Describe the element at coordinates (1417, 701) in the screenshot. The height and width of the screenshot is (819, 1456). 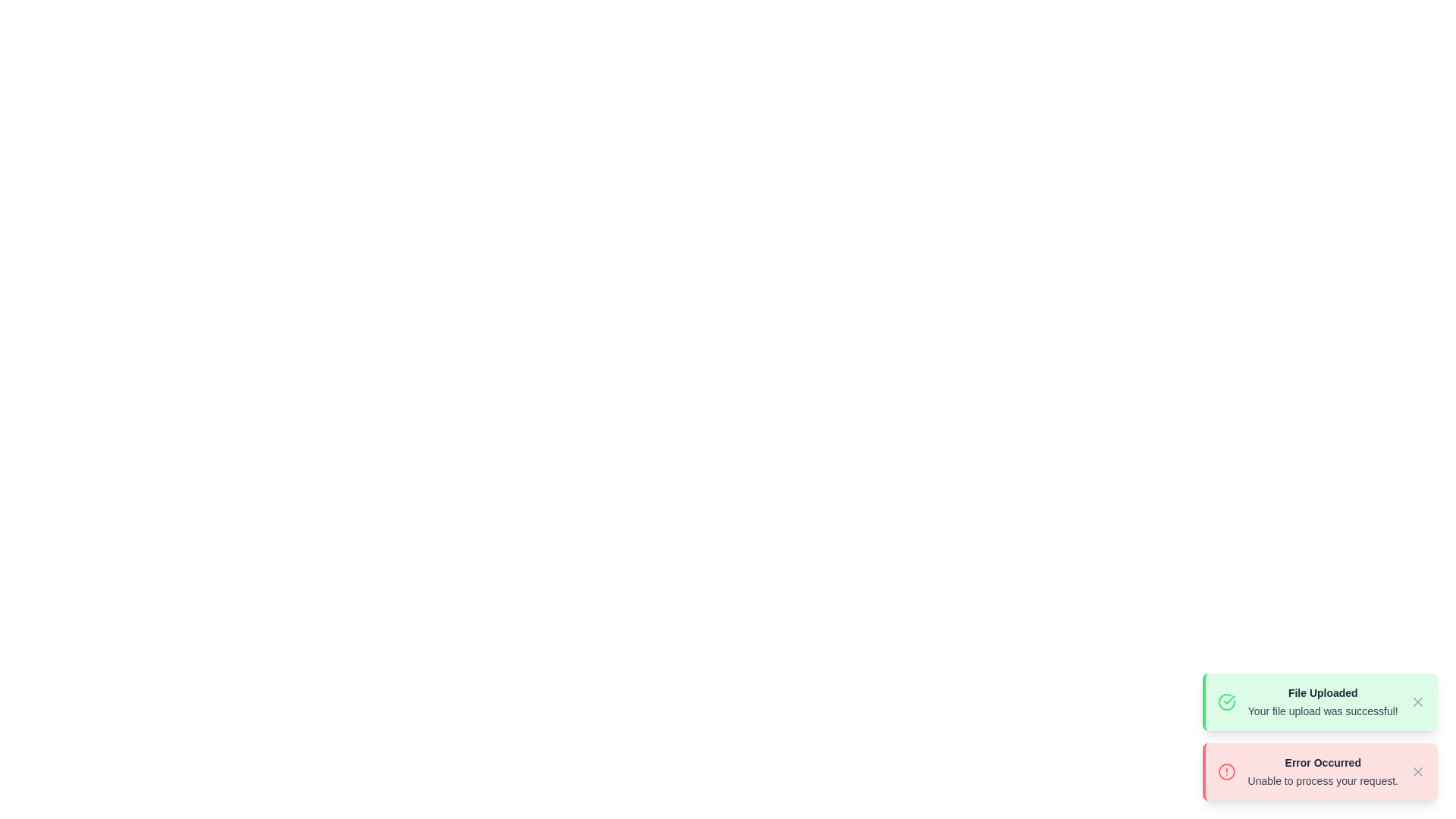
I see `the stylized cross icon within the SVG element in the top-right corner of the interactive message box` at that location.